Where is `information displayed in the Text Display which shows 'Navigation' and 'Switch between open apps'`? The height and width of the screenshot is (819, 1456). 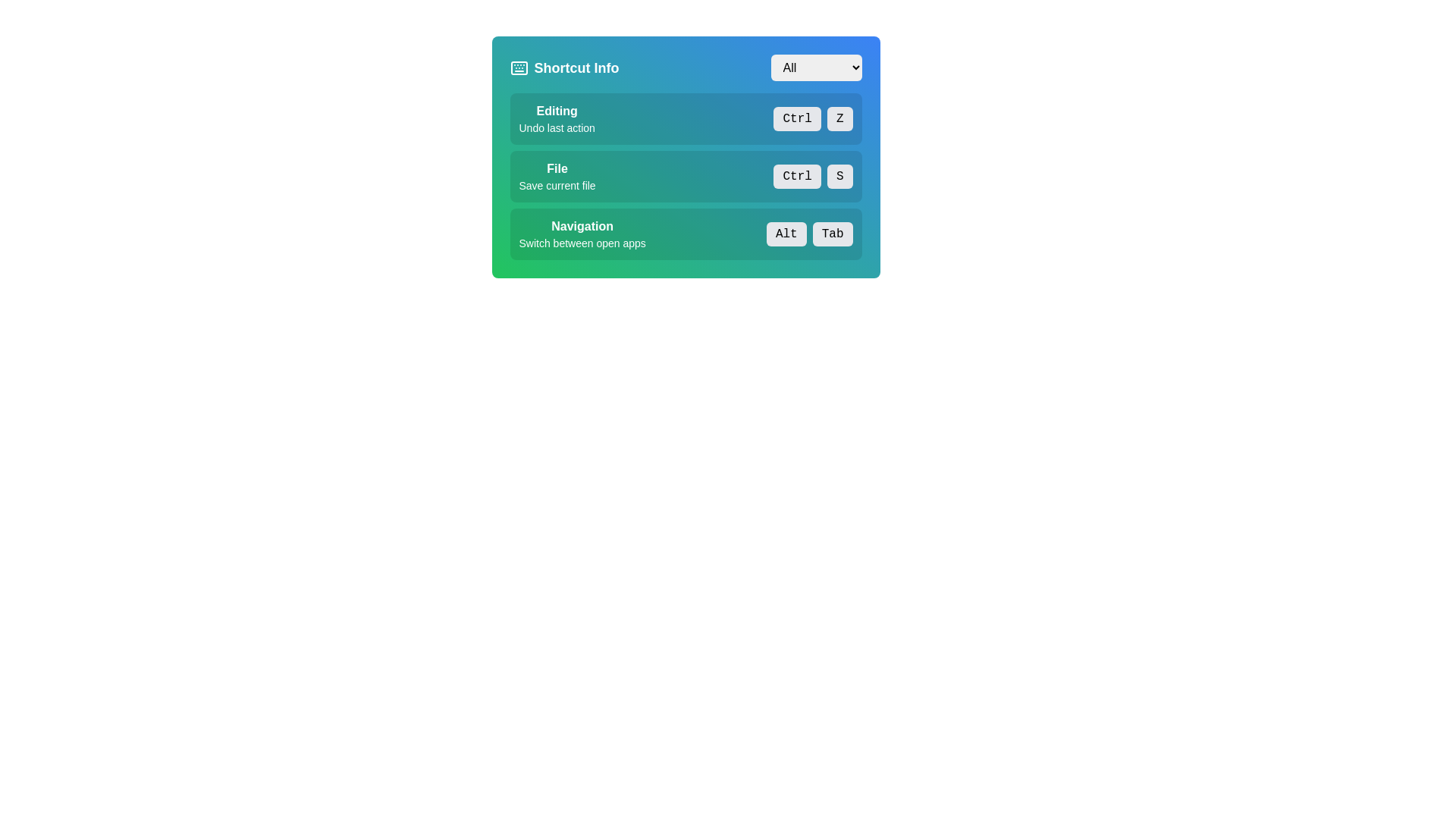 information displayed in the Text Display which shows 'Navigation' and 'Switch between open apps' is located at coordinates (582, 234).